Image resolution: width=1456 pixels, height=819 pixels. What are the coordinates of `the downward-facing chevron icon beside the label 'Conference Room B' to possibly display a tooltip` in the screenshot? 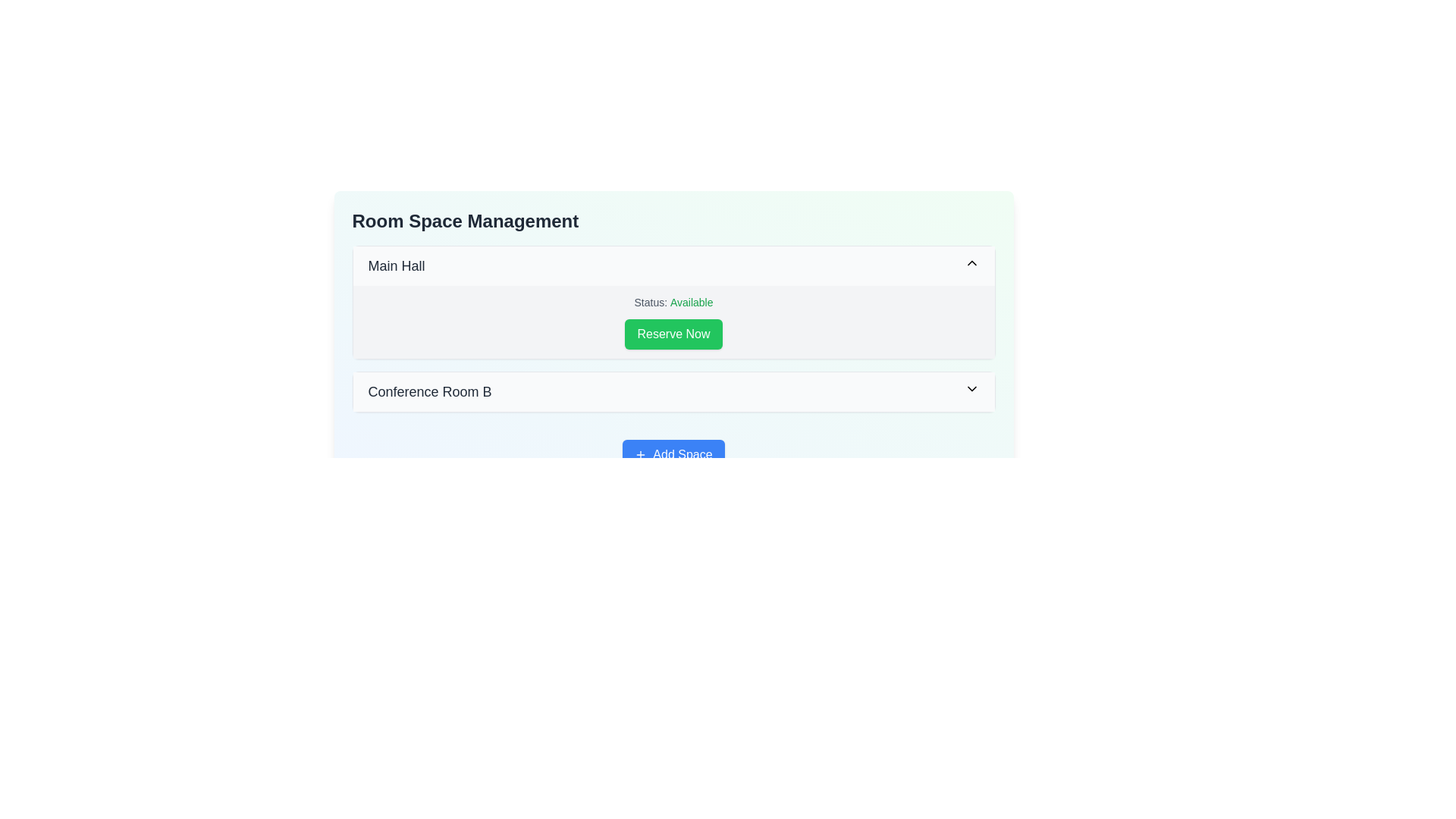 It's located at (971, 388).